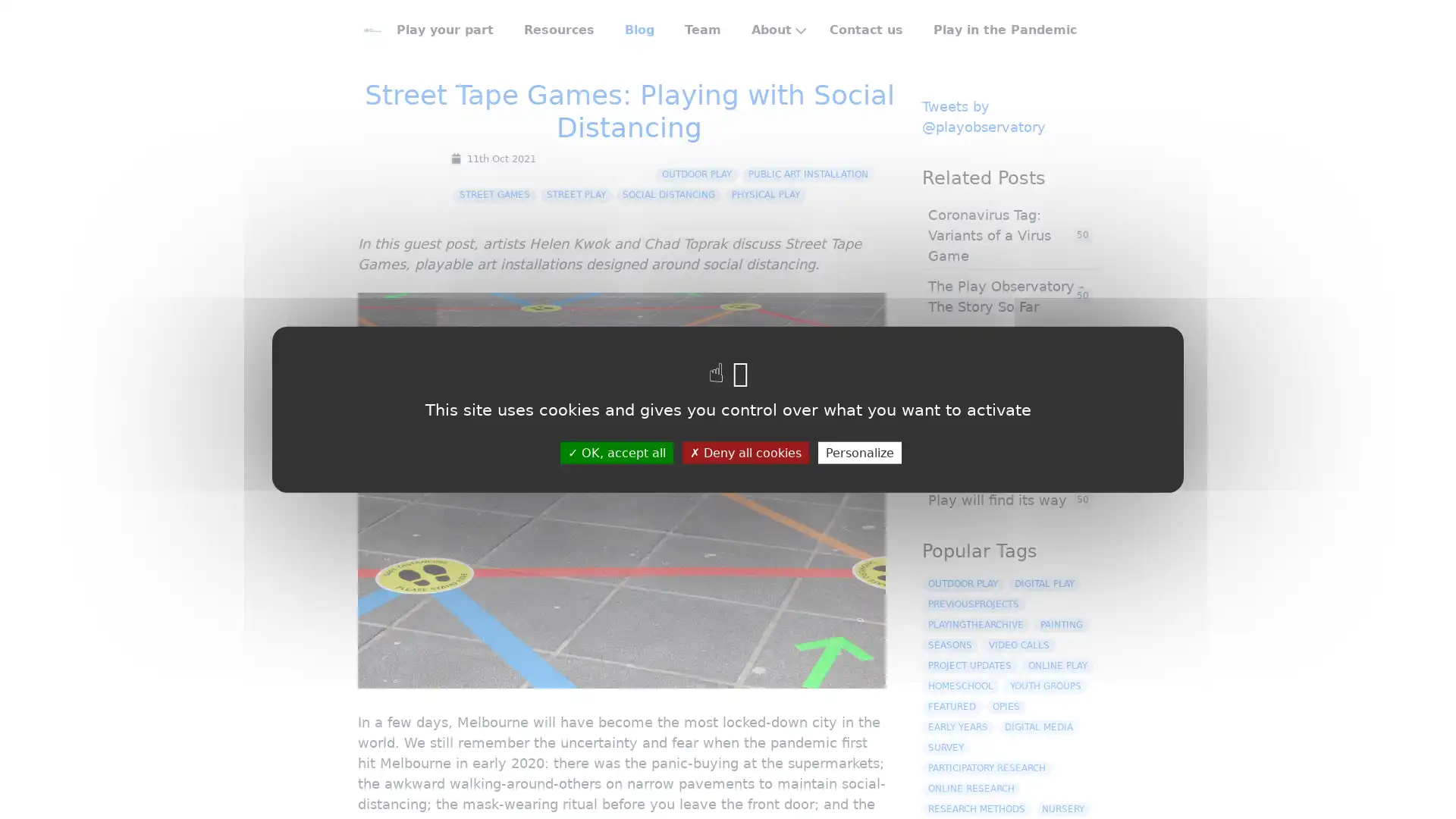 The height and width of the screenshot is (819, 1456). I want to click on Deny all cookies, so click(745, 451).